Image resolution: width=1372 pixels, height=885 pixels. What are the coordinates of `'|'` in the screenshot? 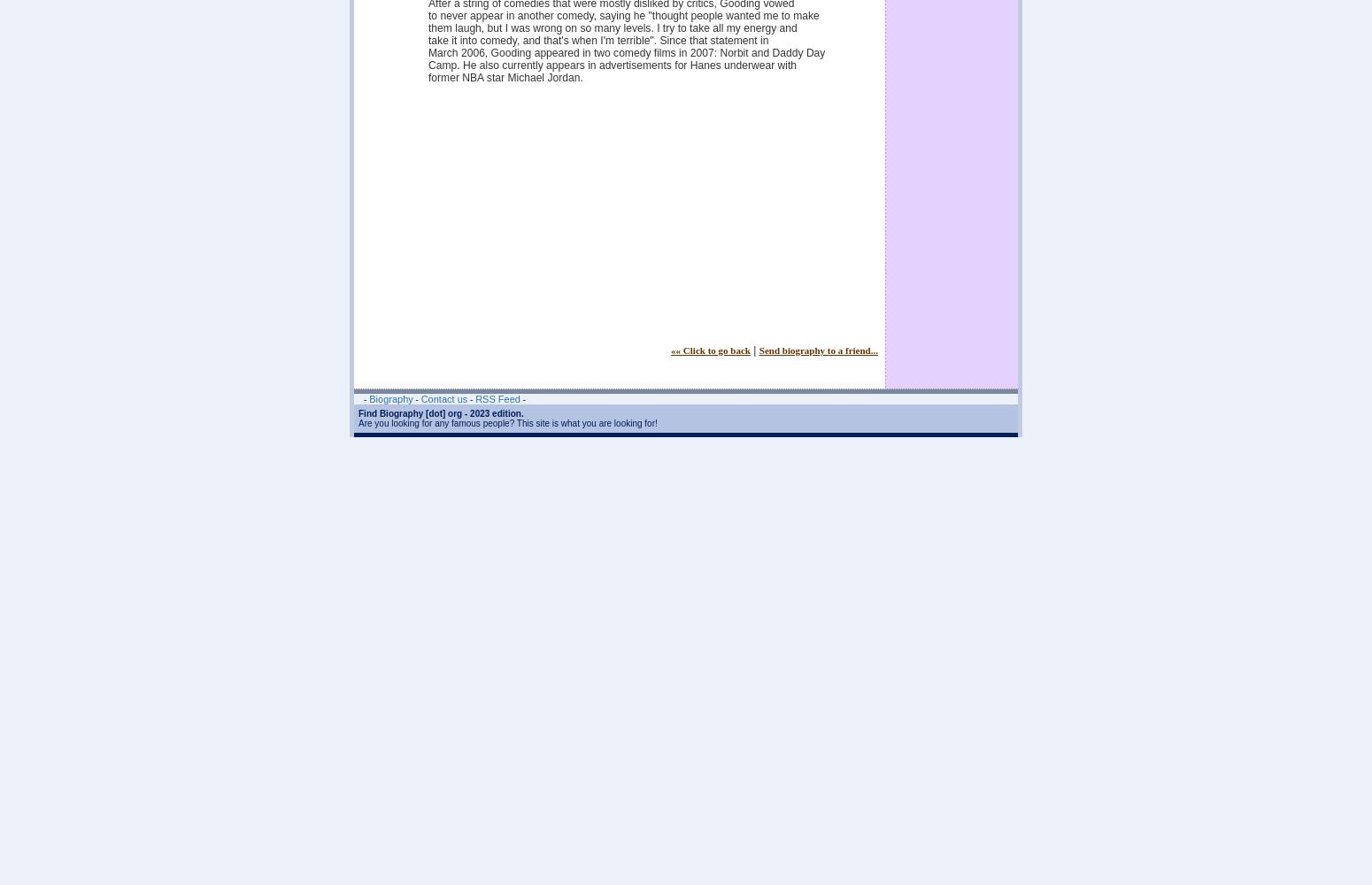 It's located at (753, 350).